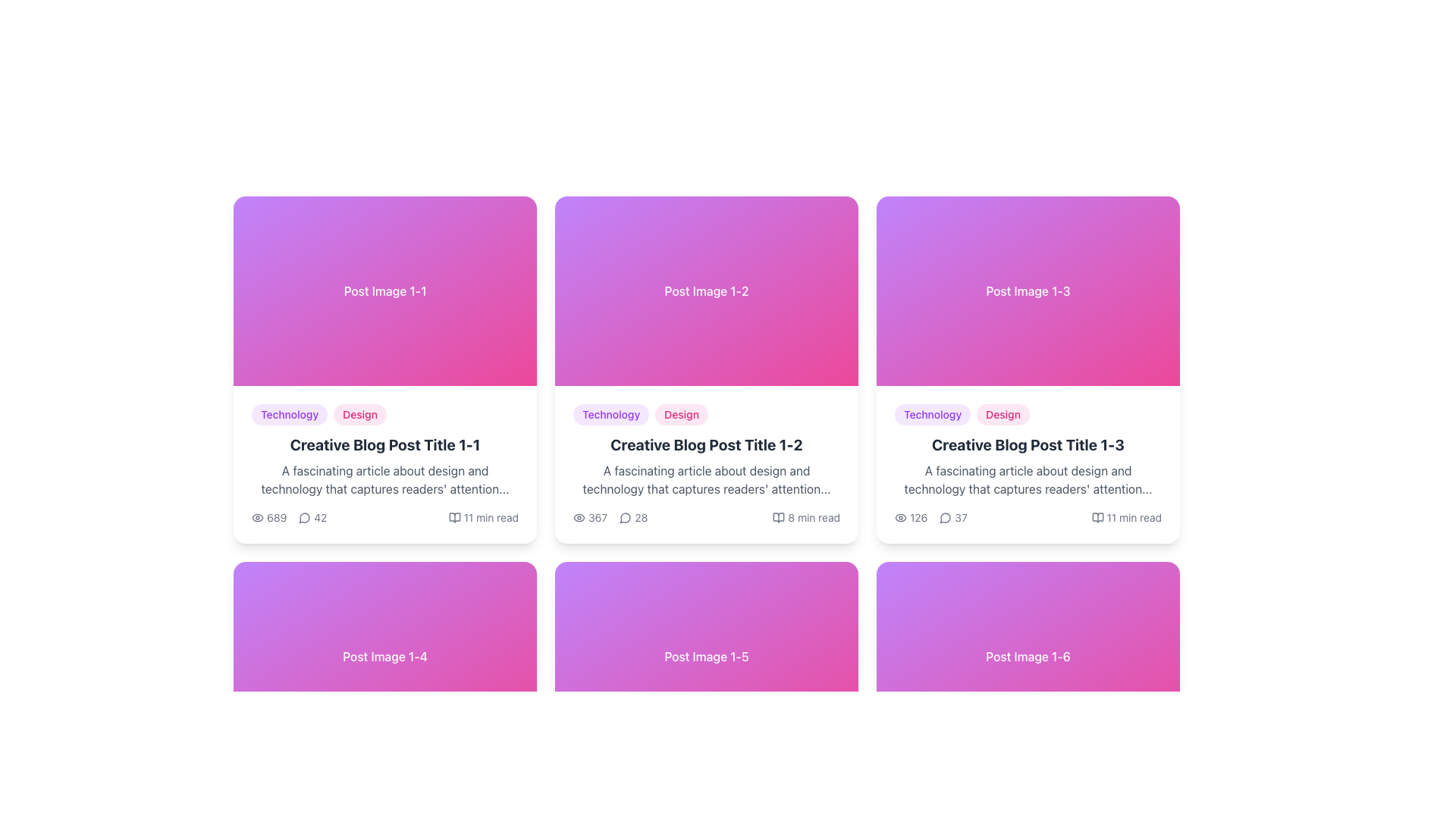 This screenshot has width=1456, height=819. Describe the element at coordinates (805, 516) in the screenshot. I see `the Read time indicator located in the bottom-right metadata section of the second card in the top row of the displayed grid layout` at that location.